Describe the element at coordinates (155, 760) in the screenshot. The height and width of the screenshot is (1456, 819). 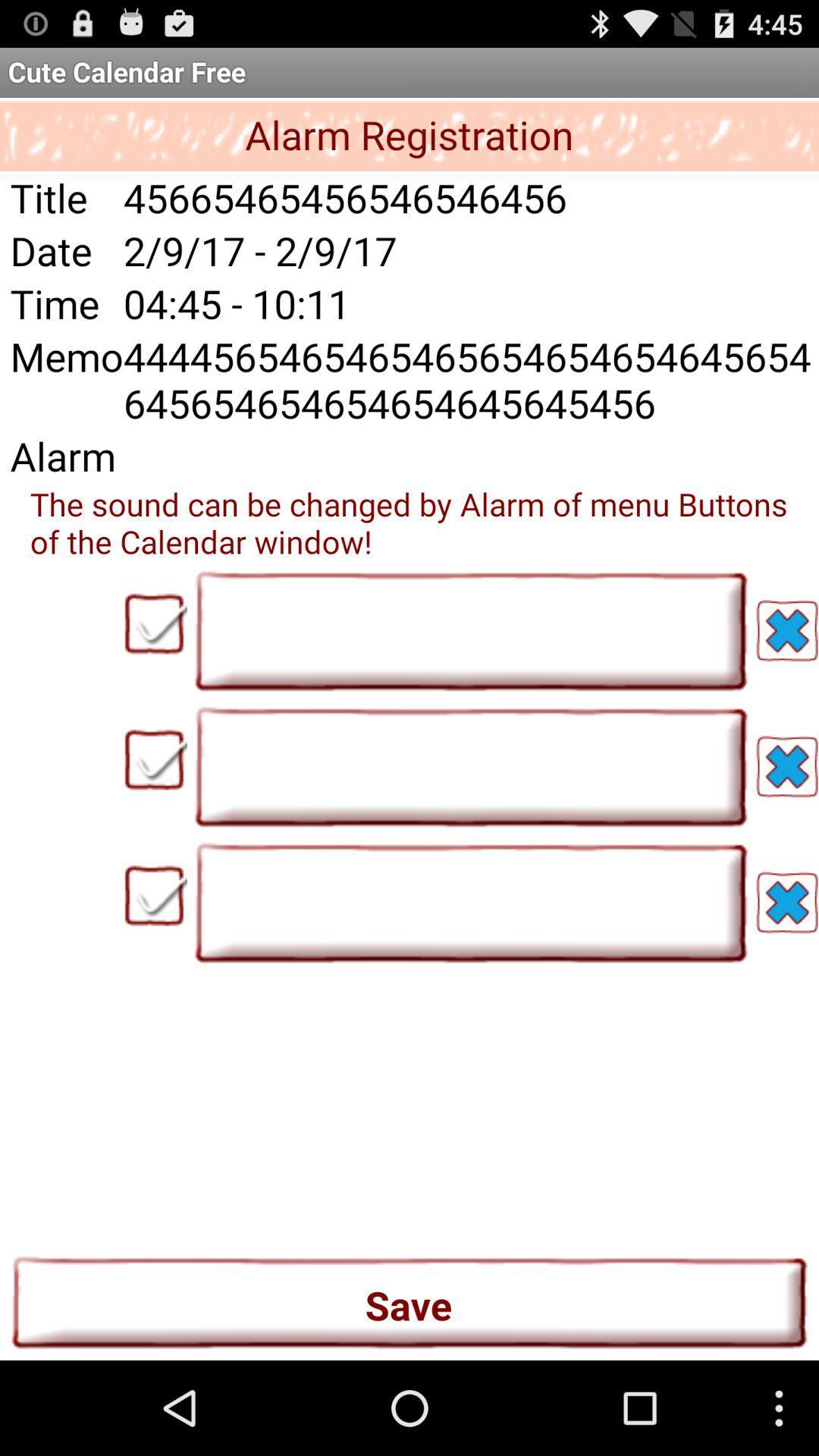
I see `button left to second text field` at that location.